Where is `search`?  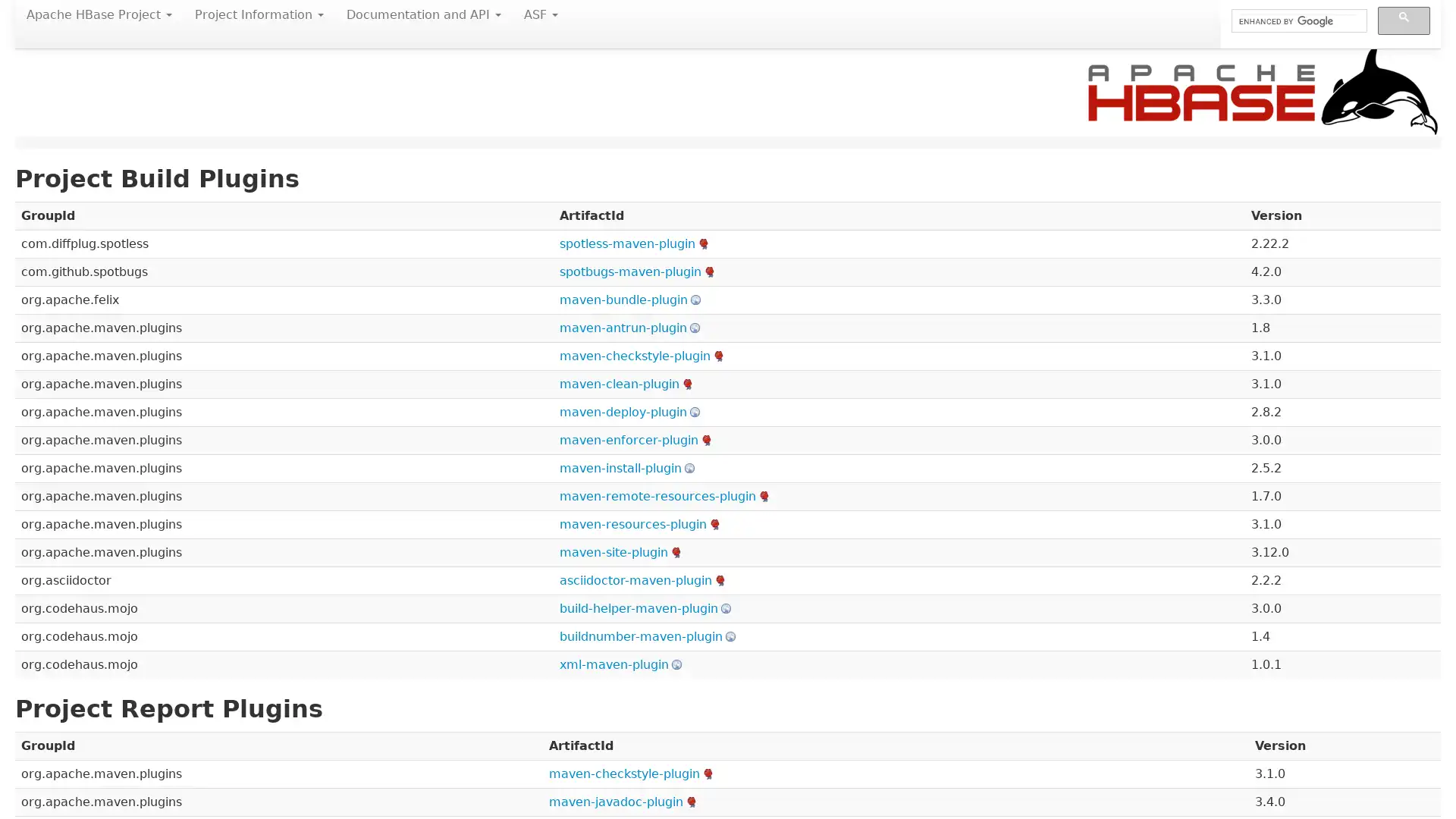 search is located at coordinates (1403, 20).